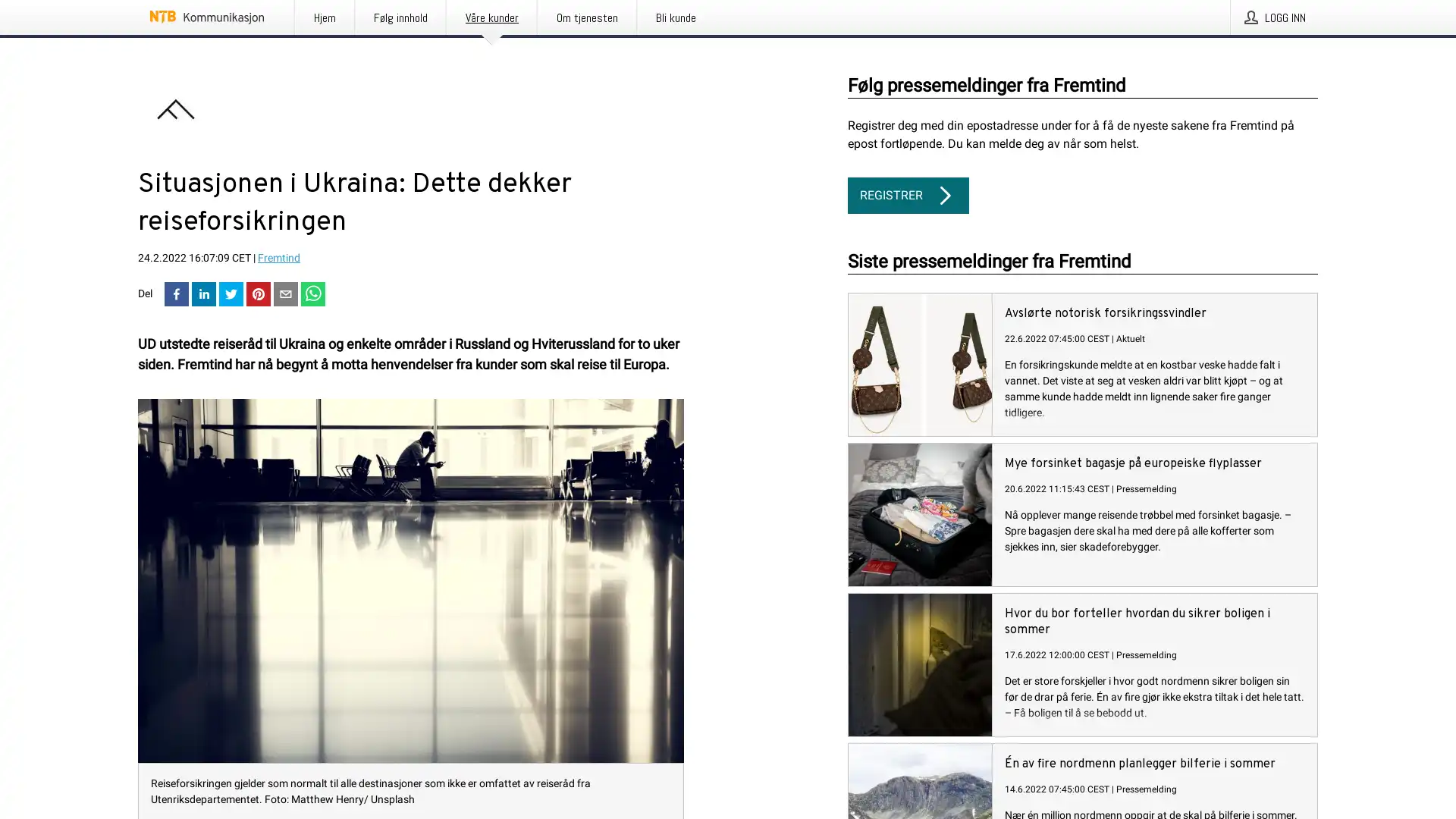  Describe the element at coordinates (908, 195) in the screenshot. I see `REGISTRER` at that location.